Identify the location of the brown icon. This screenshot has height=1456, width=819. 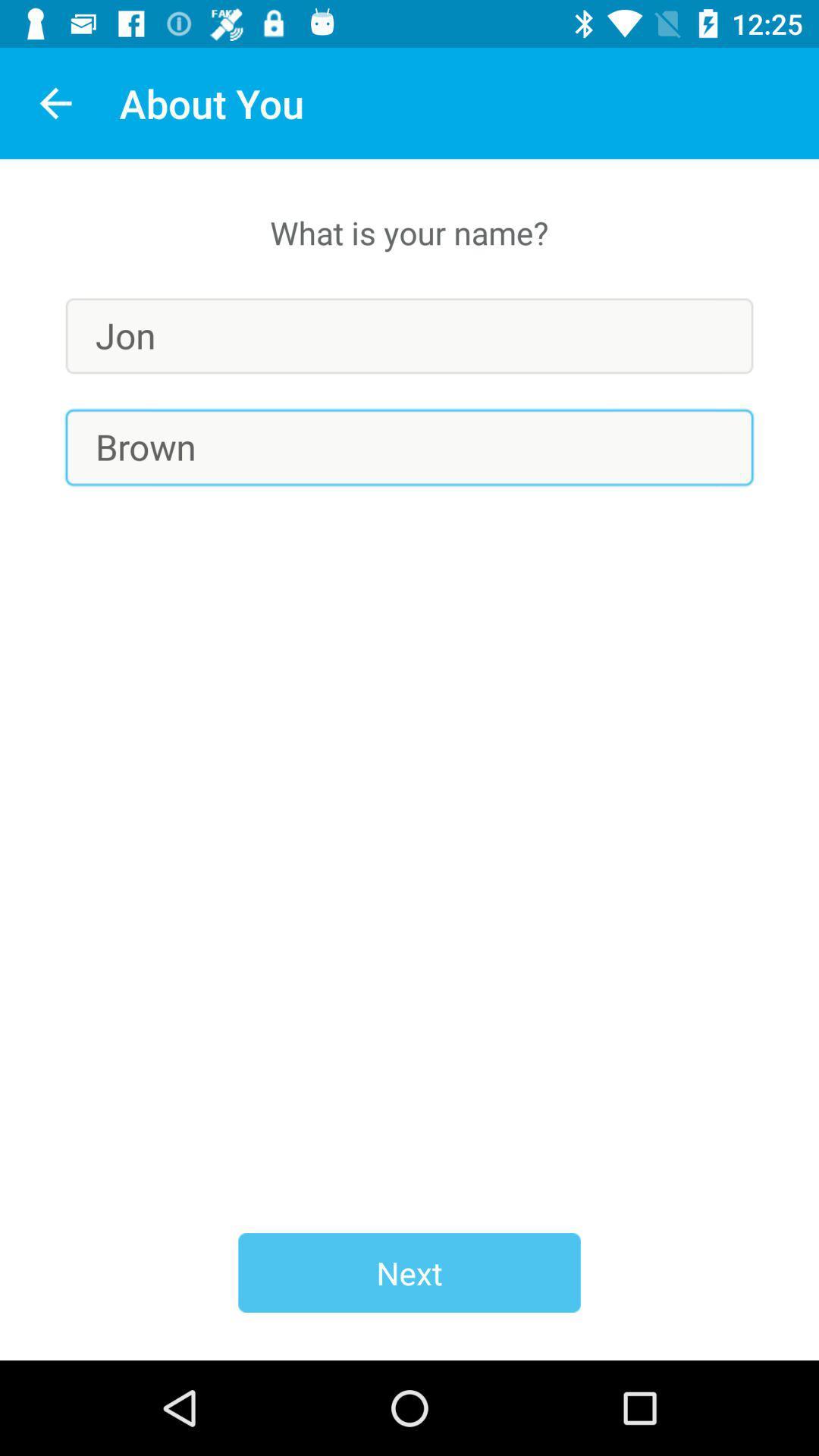
(409, 447).